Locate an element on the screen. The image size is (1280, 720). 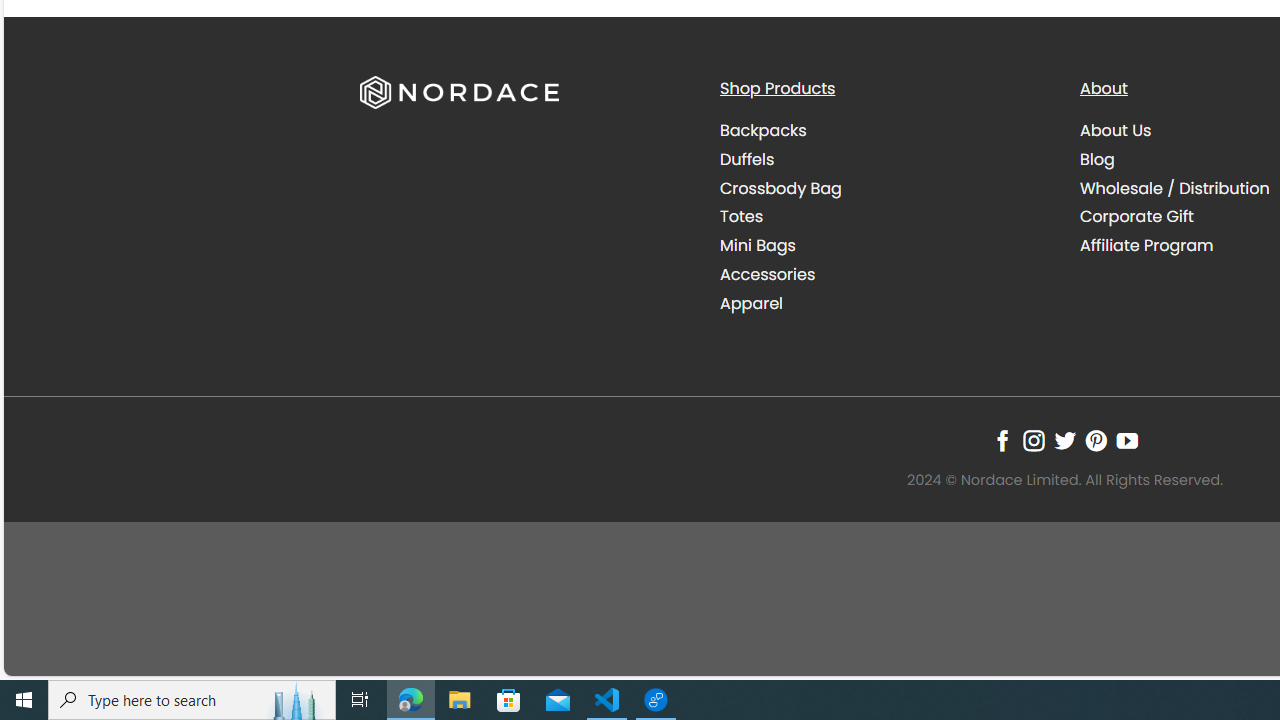
'Follow on Pinterest' is located at coordinates (1095, 440).